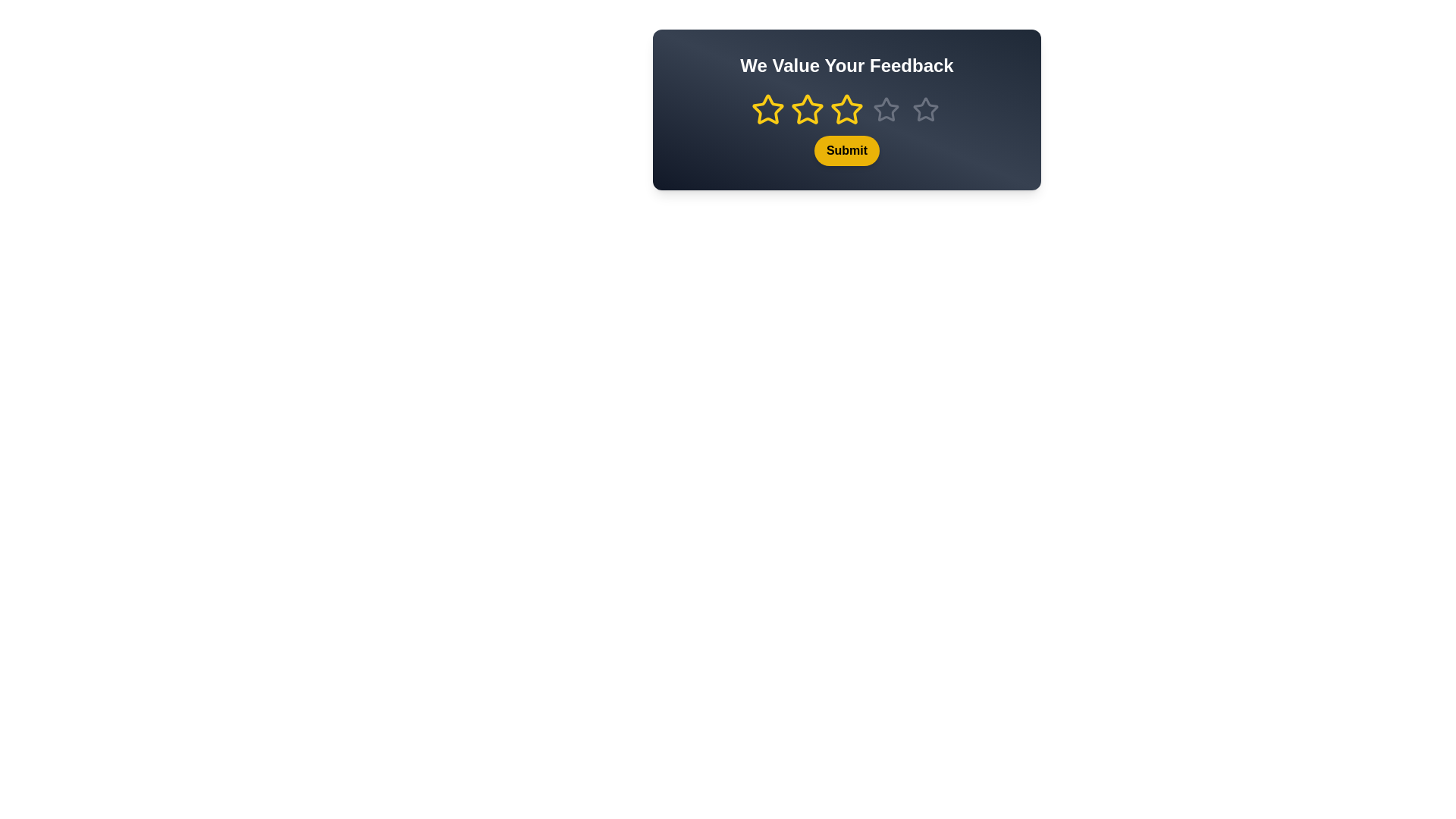 The image size is (1456, 819). Describe the element at coordinates (886, 109) in the screenshot. I see `the fourth star-shaped icon from the left` at that location.